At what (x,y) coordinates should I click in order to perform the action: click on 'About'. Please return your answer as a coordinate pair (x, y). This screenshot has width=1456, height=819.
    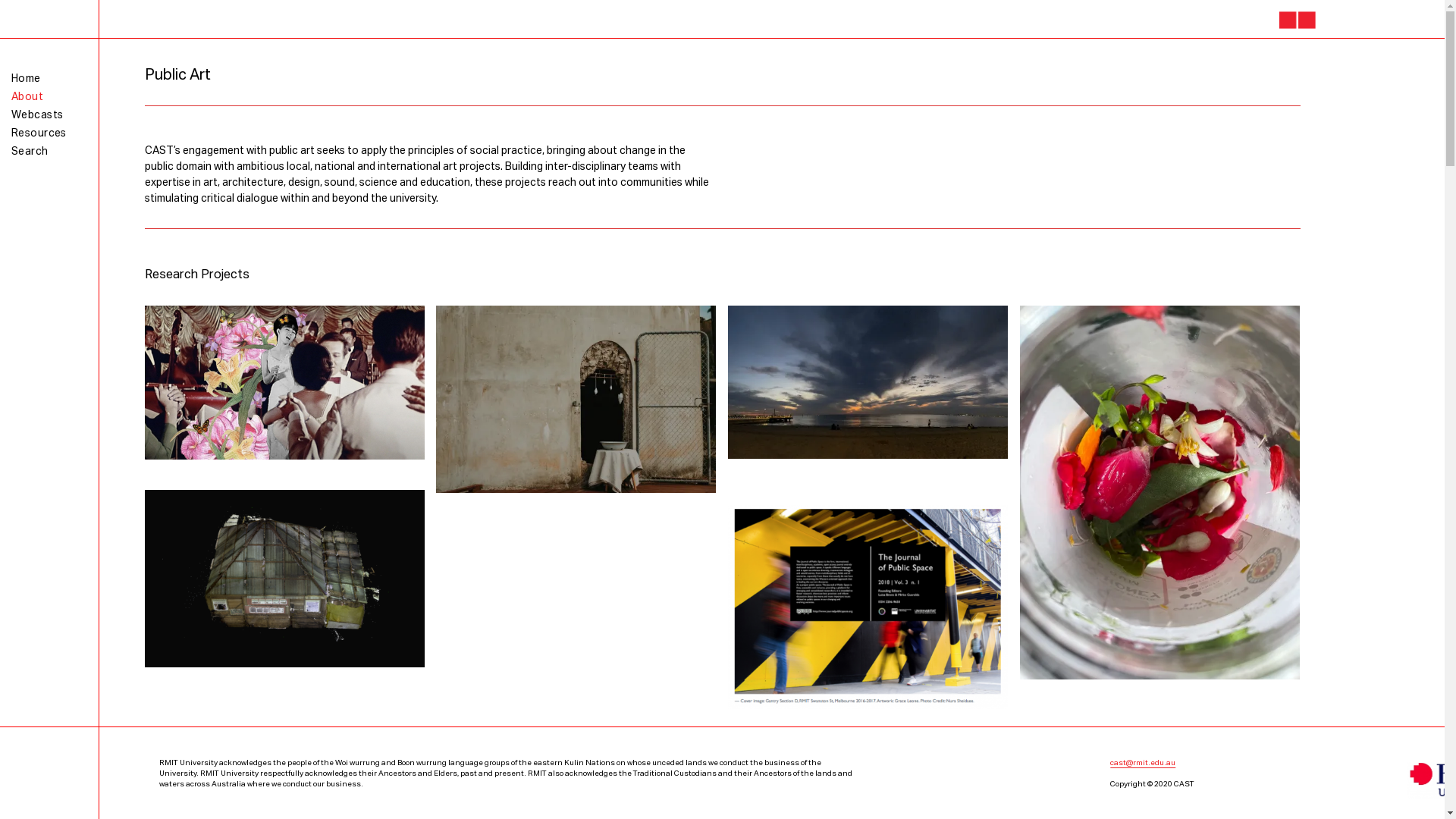
    Looking at the image, I should click on (27, 96).